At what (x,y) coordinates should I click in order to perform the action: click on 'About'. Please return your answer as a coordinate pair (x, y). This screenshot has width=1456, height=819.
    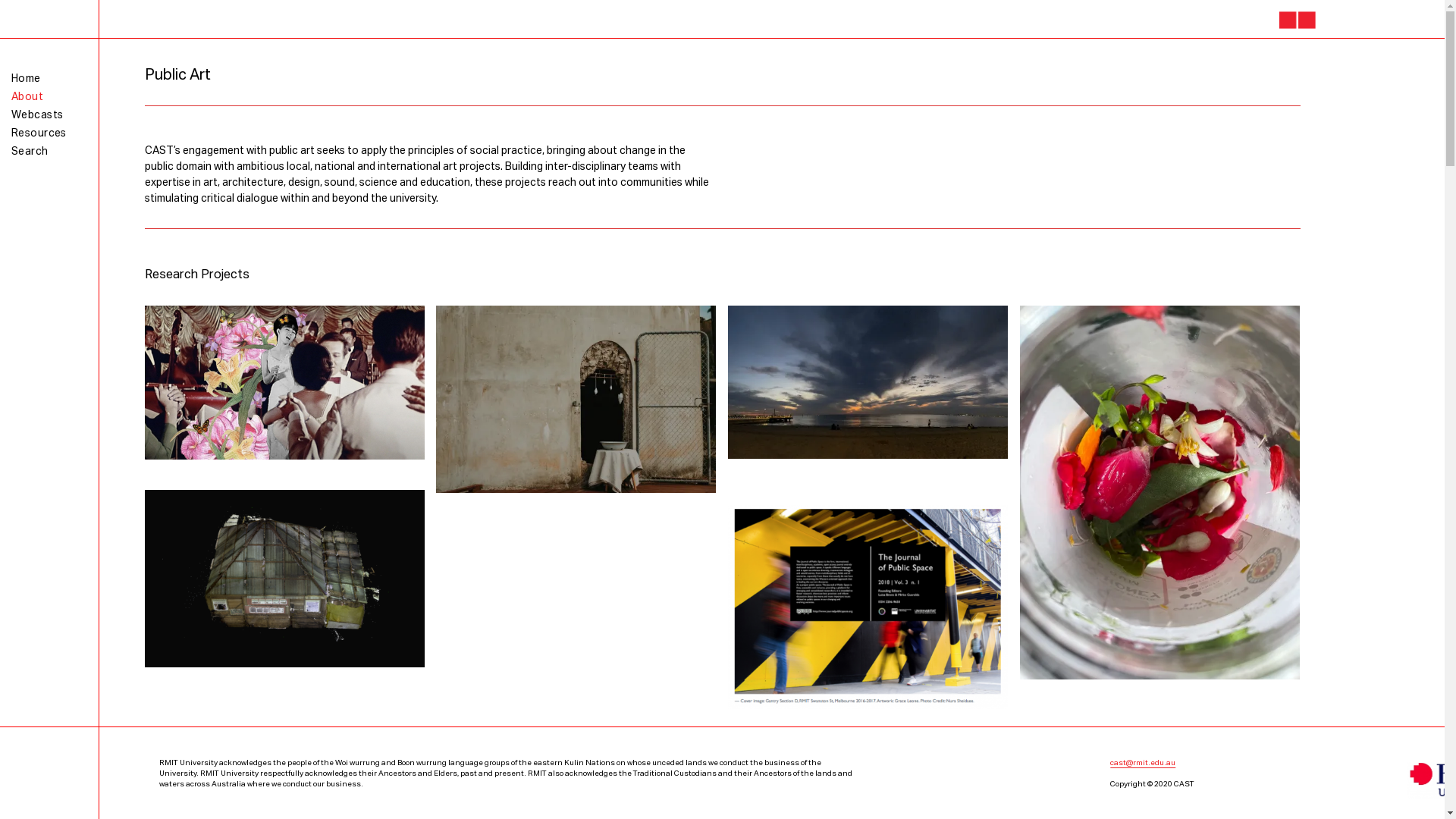
    Looking at the image, I should click on (27, 96).